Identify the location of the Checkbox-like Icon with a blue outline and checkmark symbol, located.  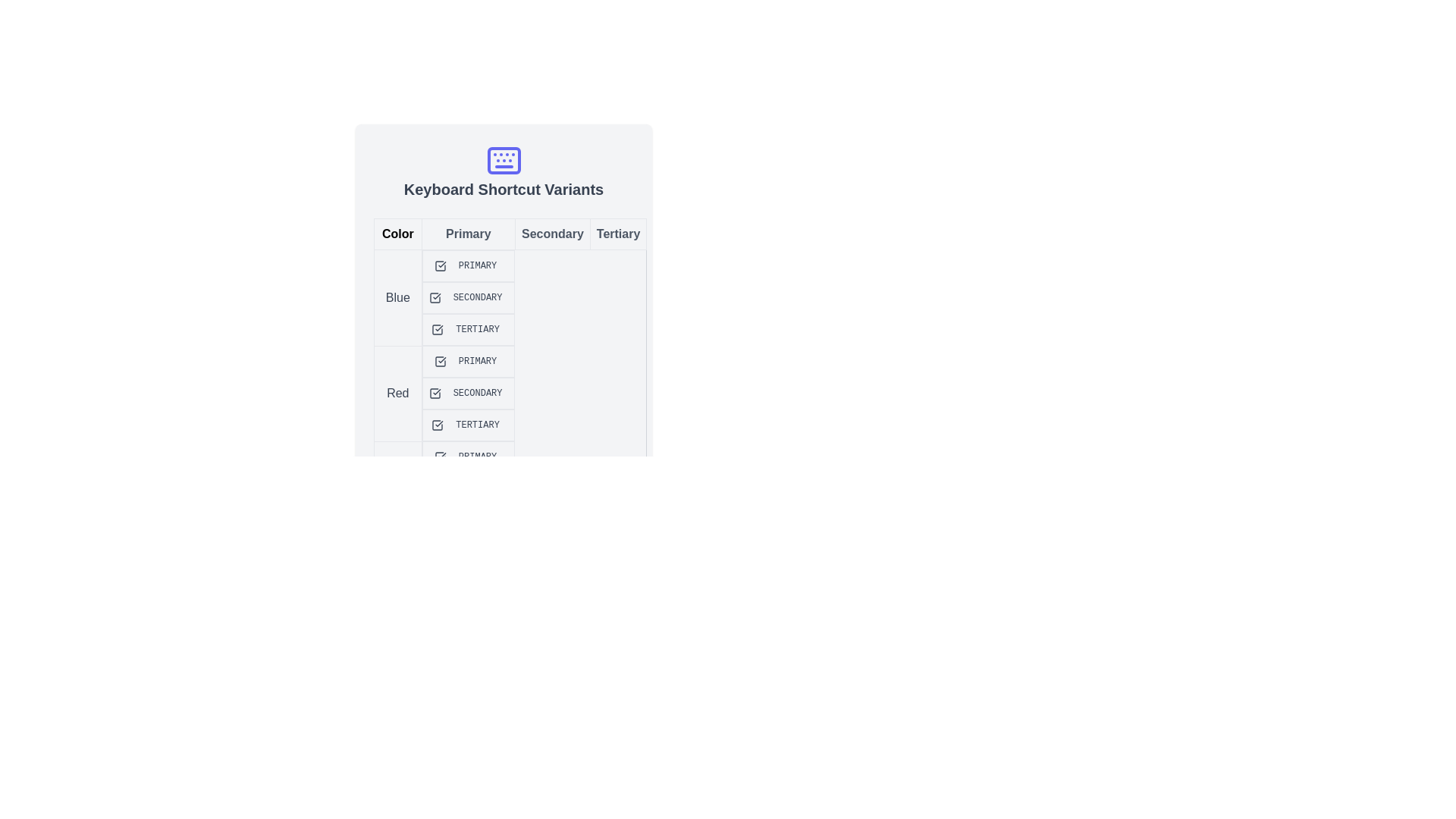
(434, 298).